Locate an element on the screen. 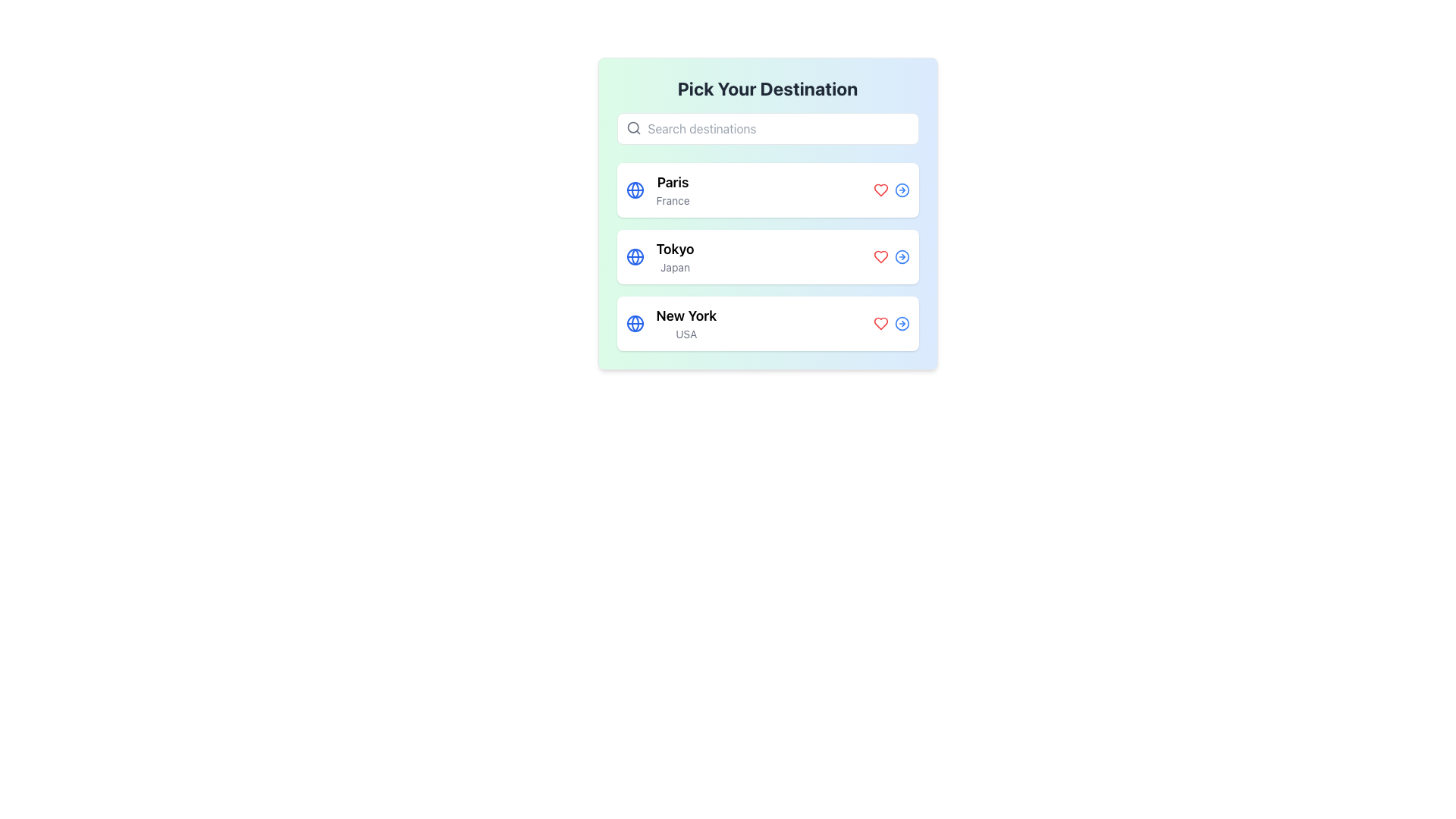 The width and height of the screenshot is (1456, 819). the arrow icon located at the far right side of the 'Tokyo, Japan' destination card is located at coordinates (891, 256).